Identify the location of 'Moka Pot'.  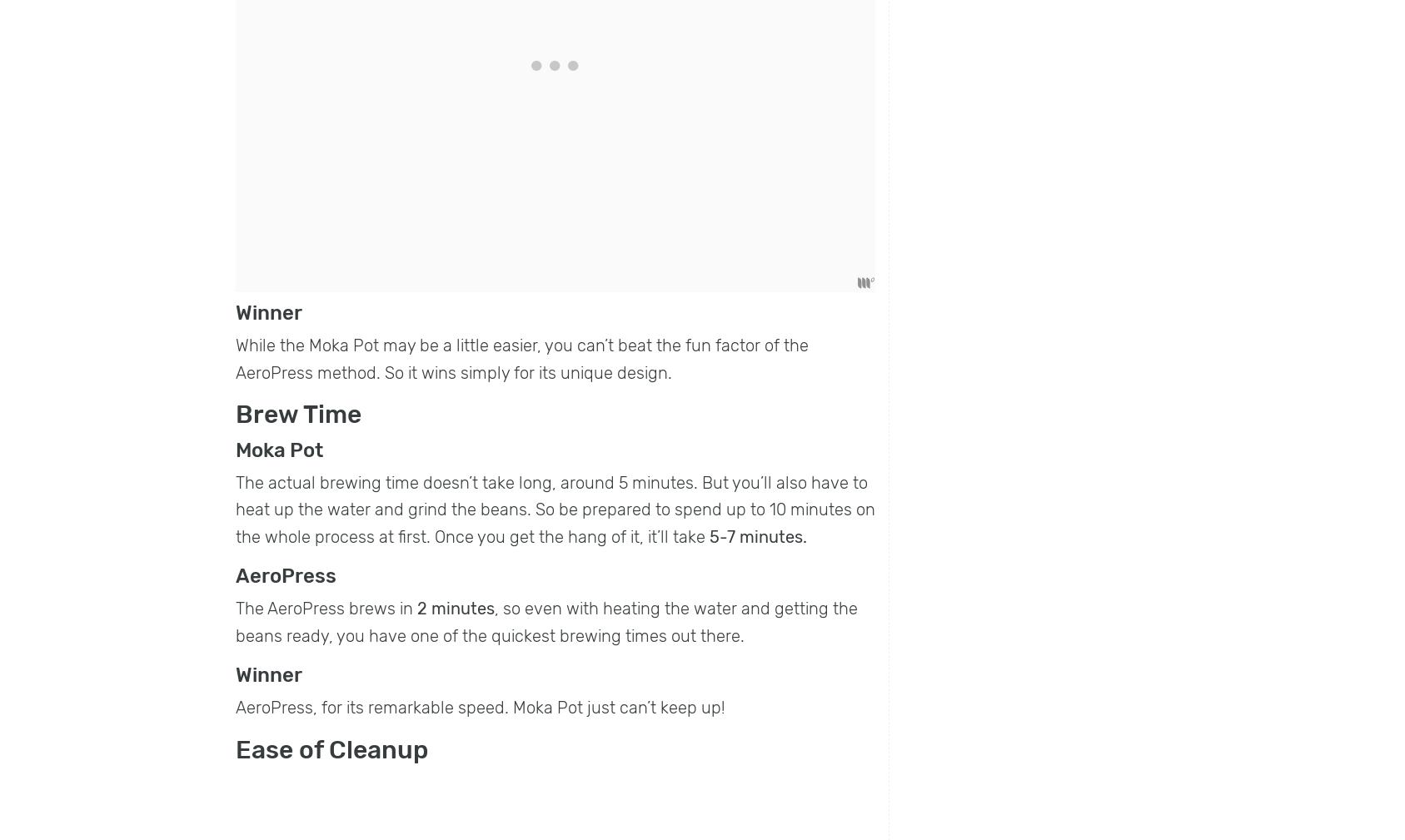
(278, 450).